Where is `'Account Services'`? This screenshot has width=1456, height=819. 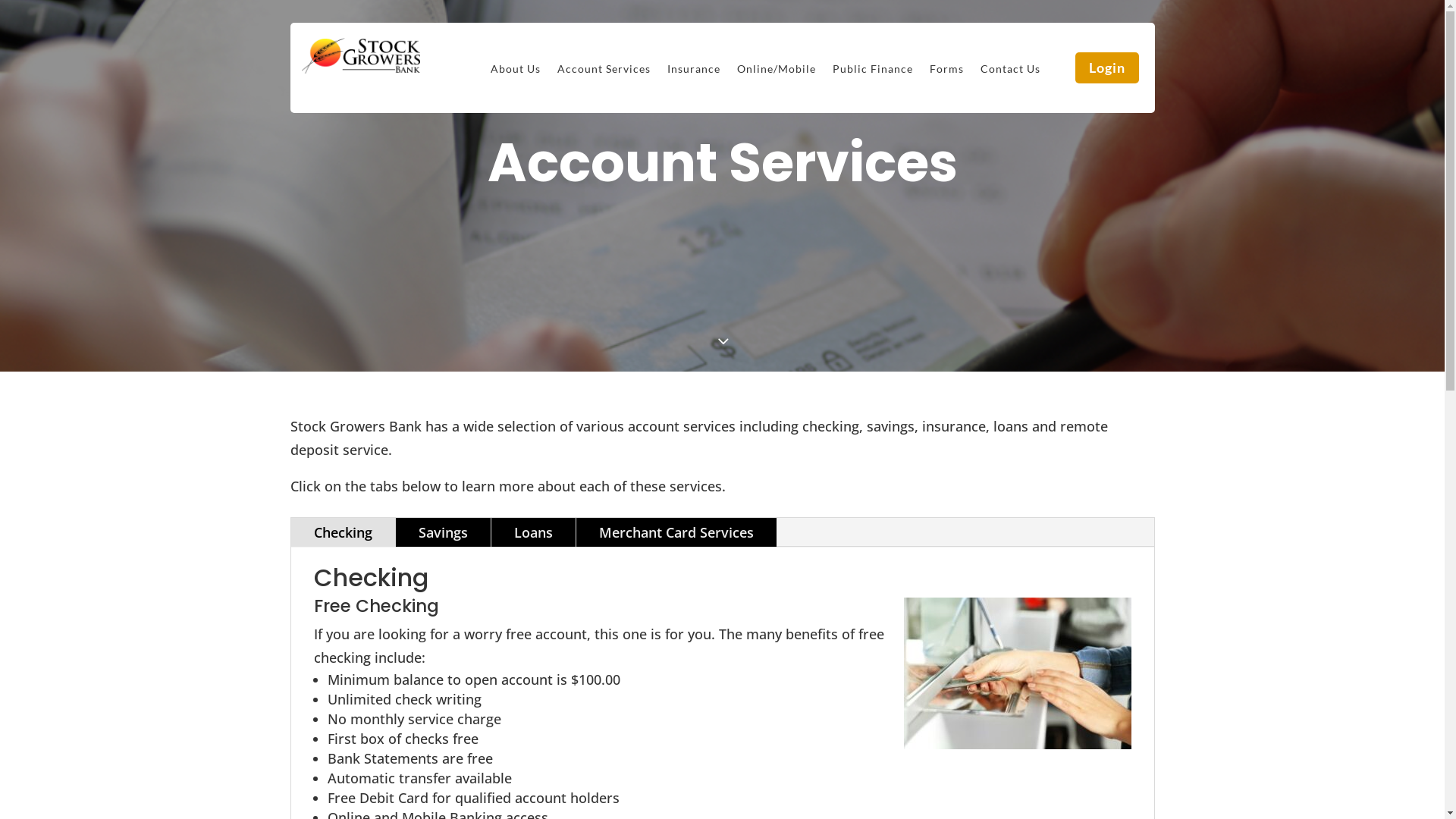
'Account Services' is located at coordinates (603, 72).